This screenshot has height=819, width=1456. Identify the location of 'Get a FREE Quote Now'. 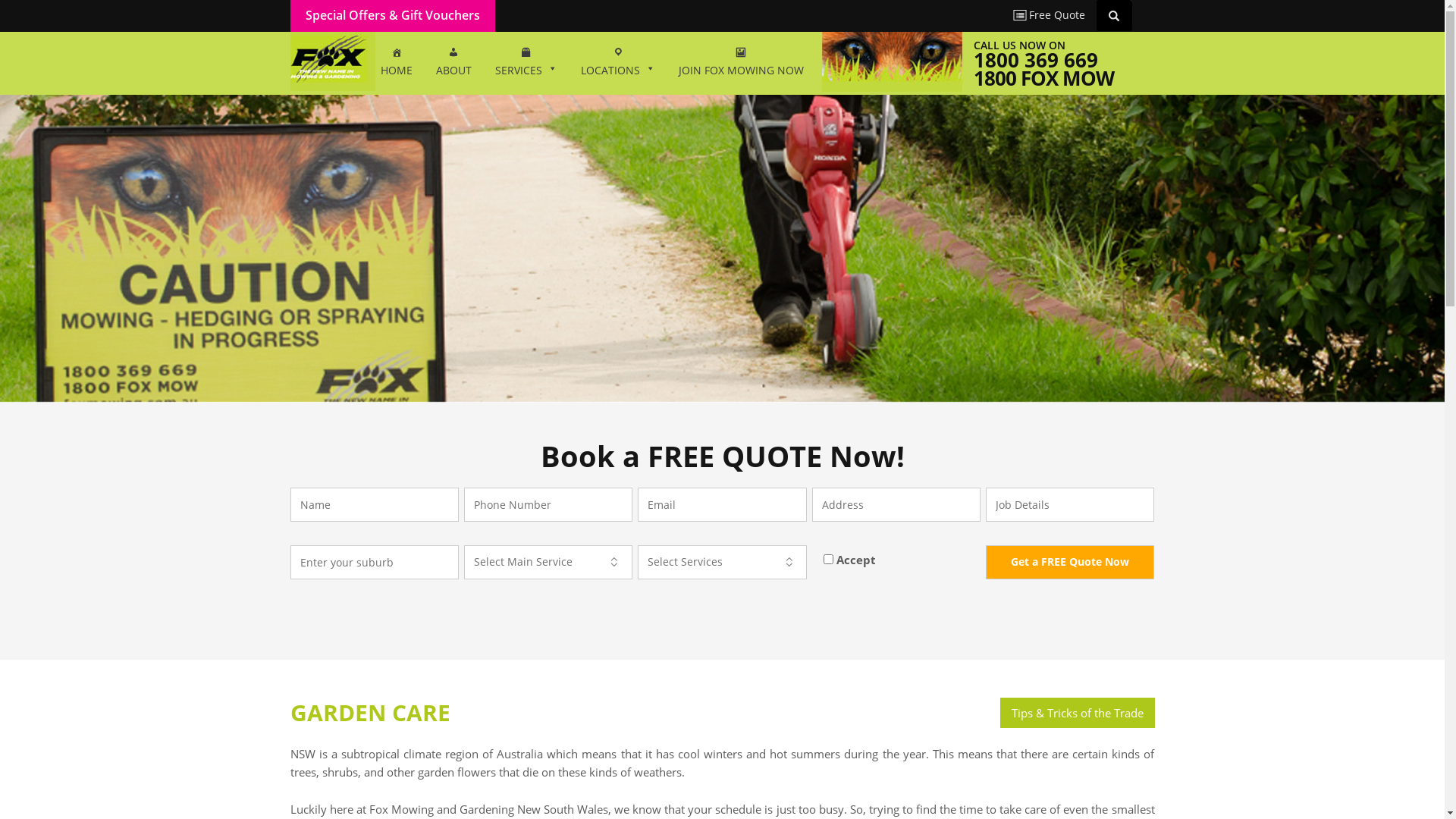
(986, 562).